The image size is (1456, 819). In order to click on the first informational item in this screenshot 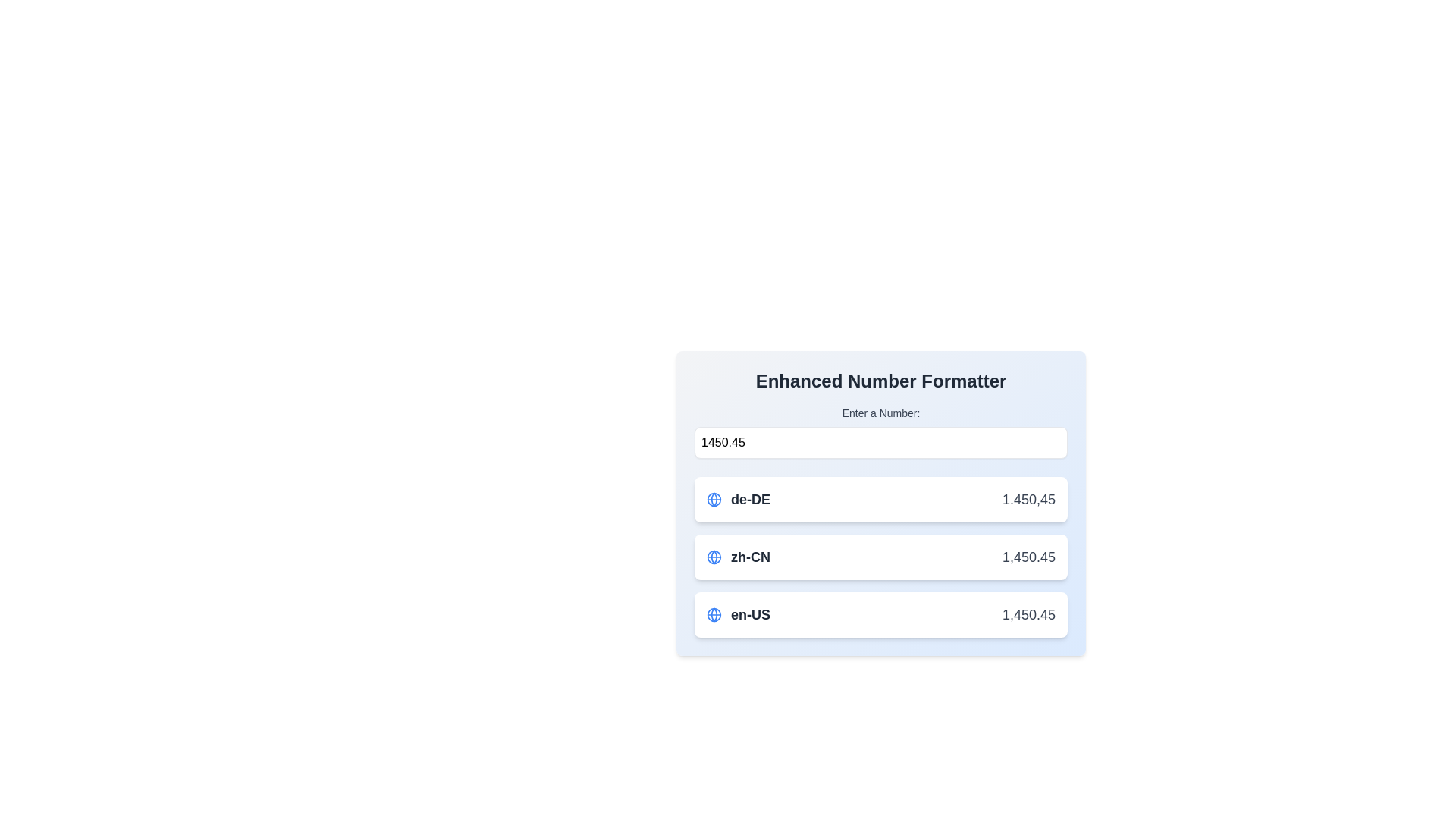, I will do `click(880, 503)`.